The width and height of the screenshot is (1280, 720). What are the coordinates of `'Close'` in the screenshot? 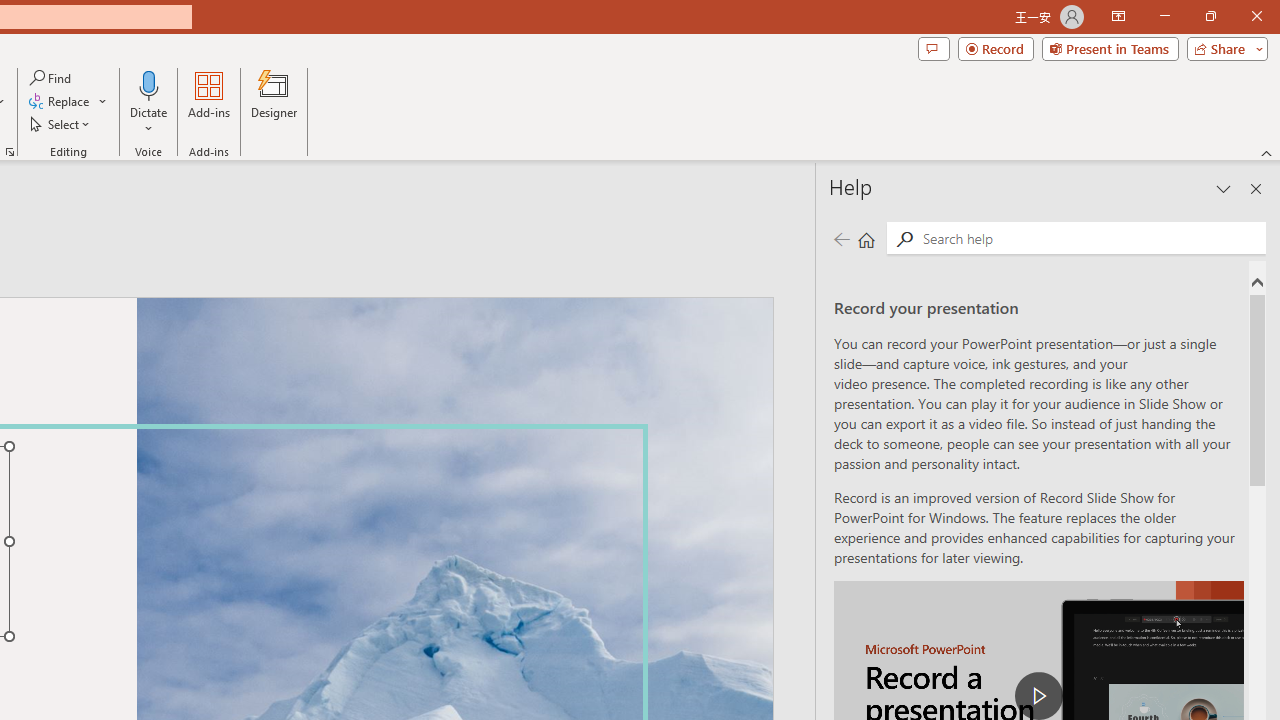 It's located at (1255, 16).